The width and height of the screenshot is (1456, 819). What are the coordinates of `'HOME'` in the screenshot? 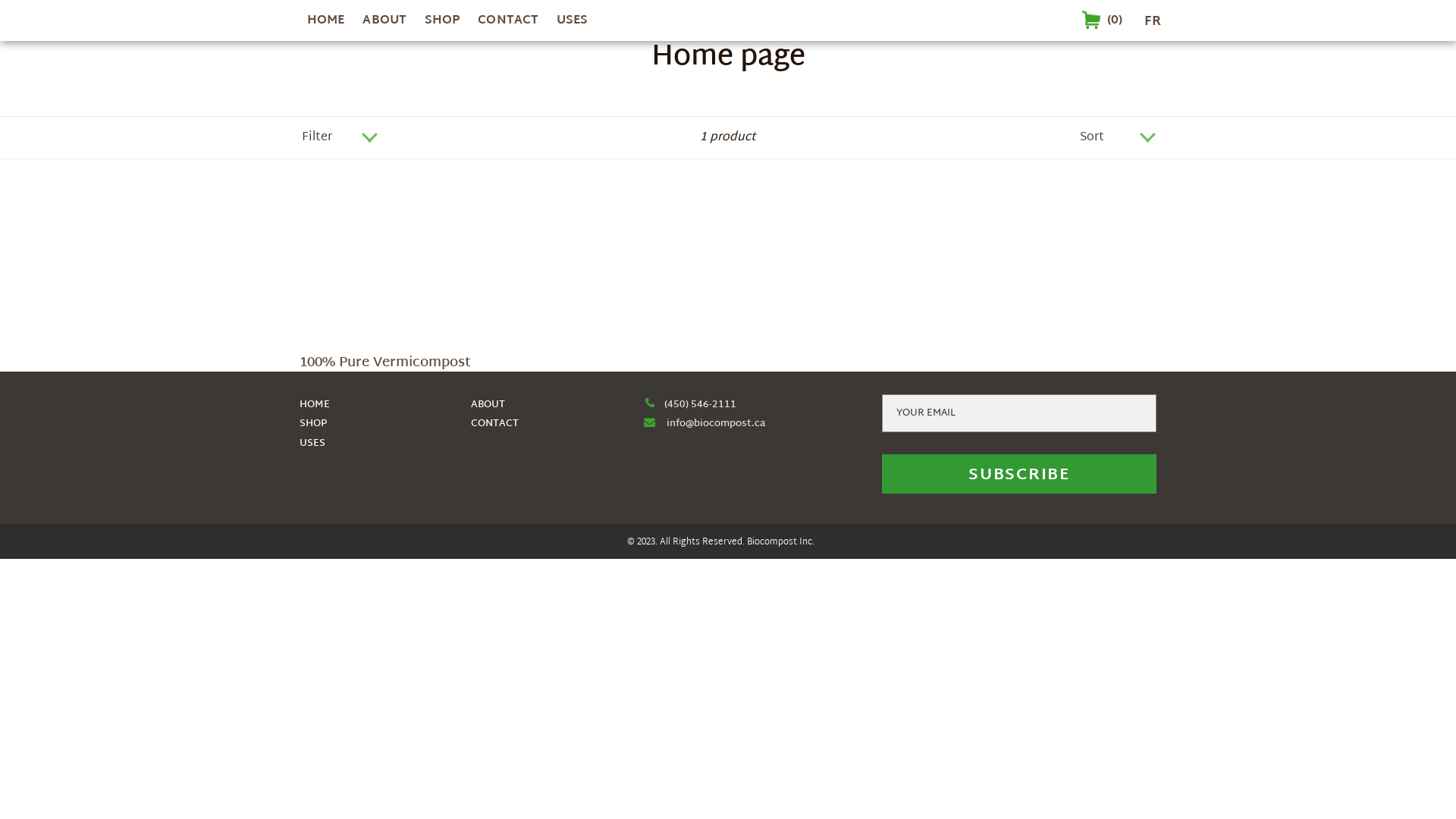 It's located at (313, 403).